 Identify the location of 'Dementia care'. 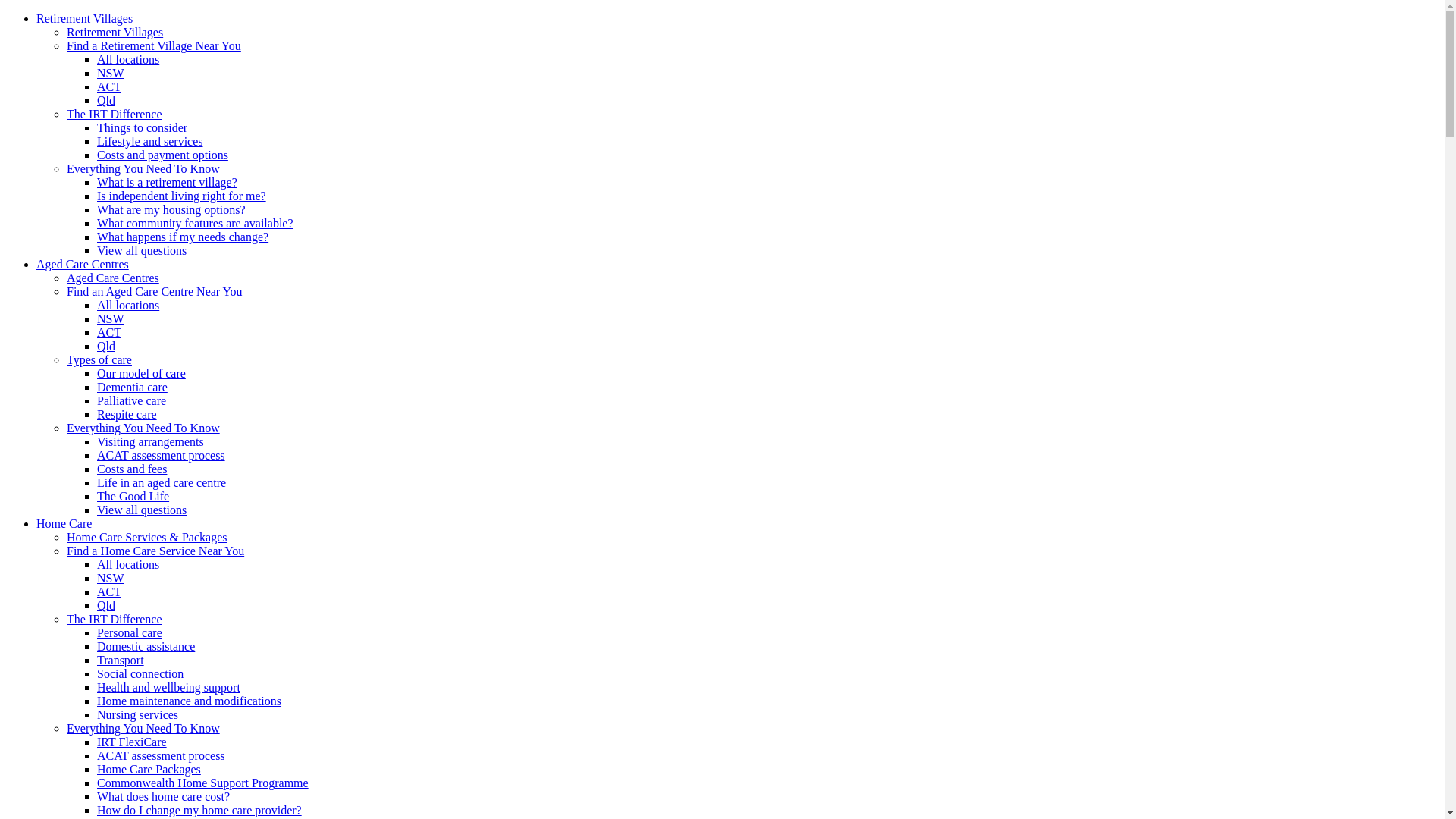
(132, 386).